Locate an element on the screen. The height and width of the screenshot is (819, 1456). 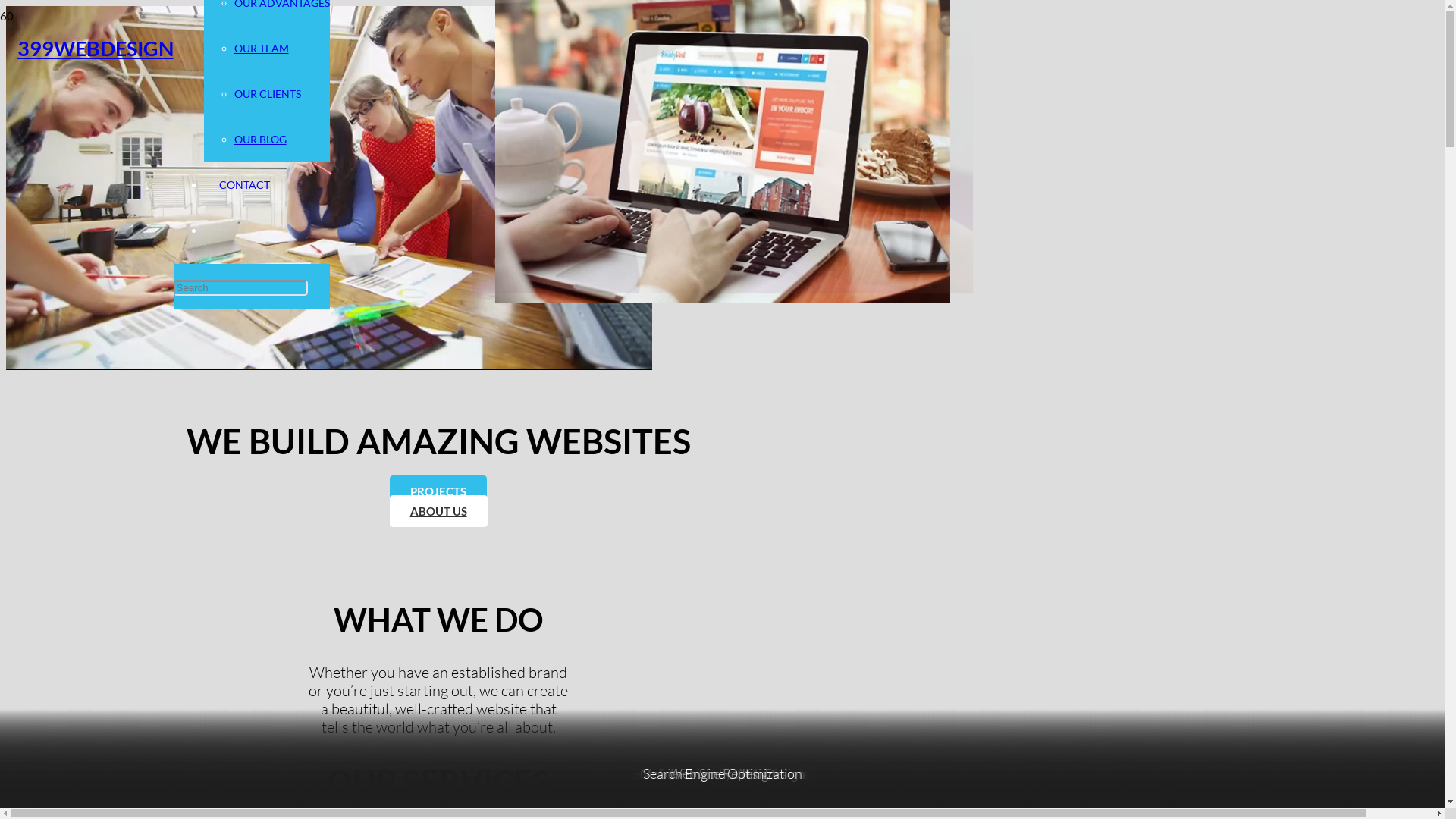
'OUR CLIENTS' is located at coordinates (266, 93).